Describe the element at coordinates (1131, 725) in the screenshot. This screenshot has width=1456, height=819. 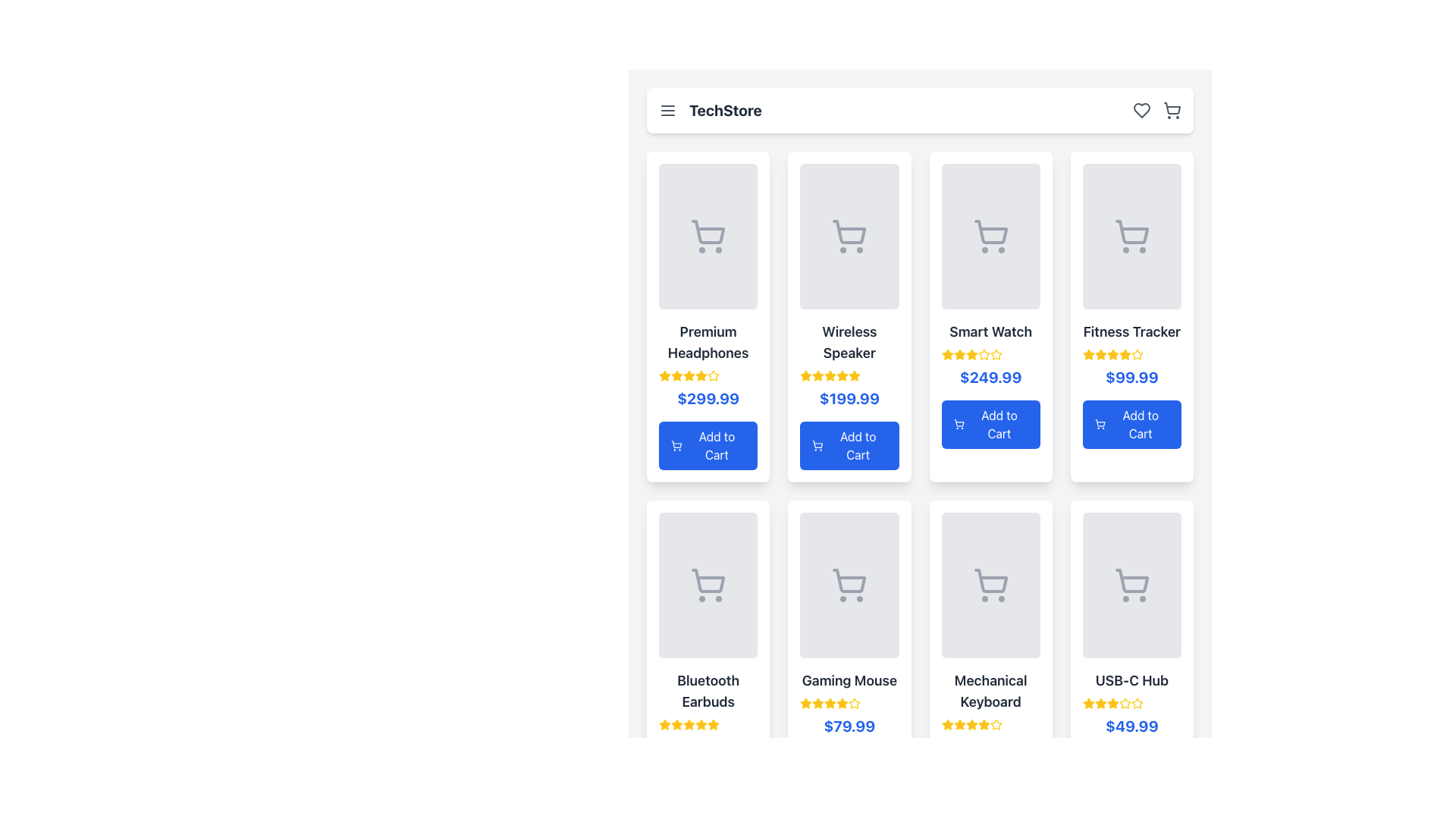
I see `the price display of the 'USB-C Hub' product` at that location.